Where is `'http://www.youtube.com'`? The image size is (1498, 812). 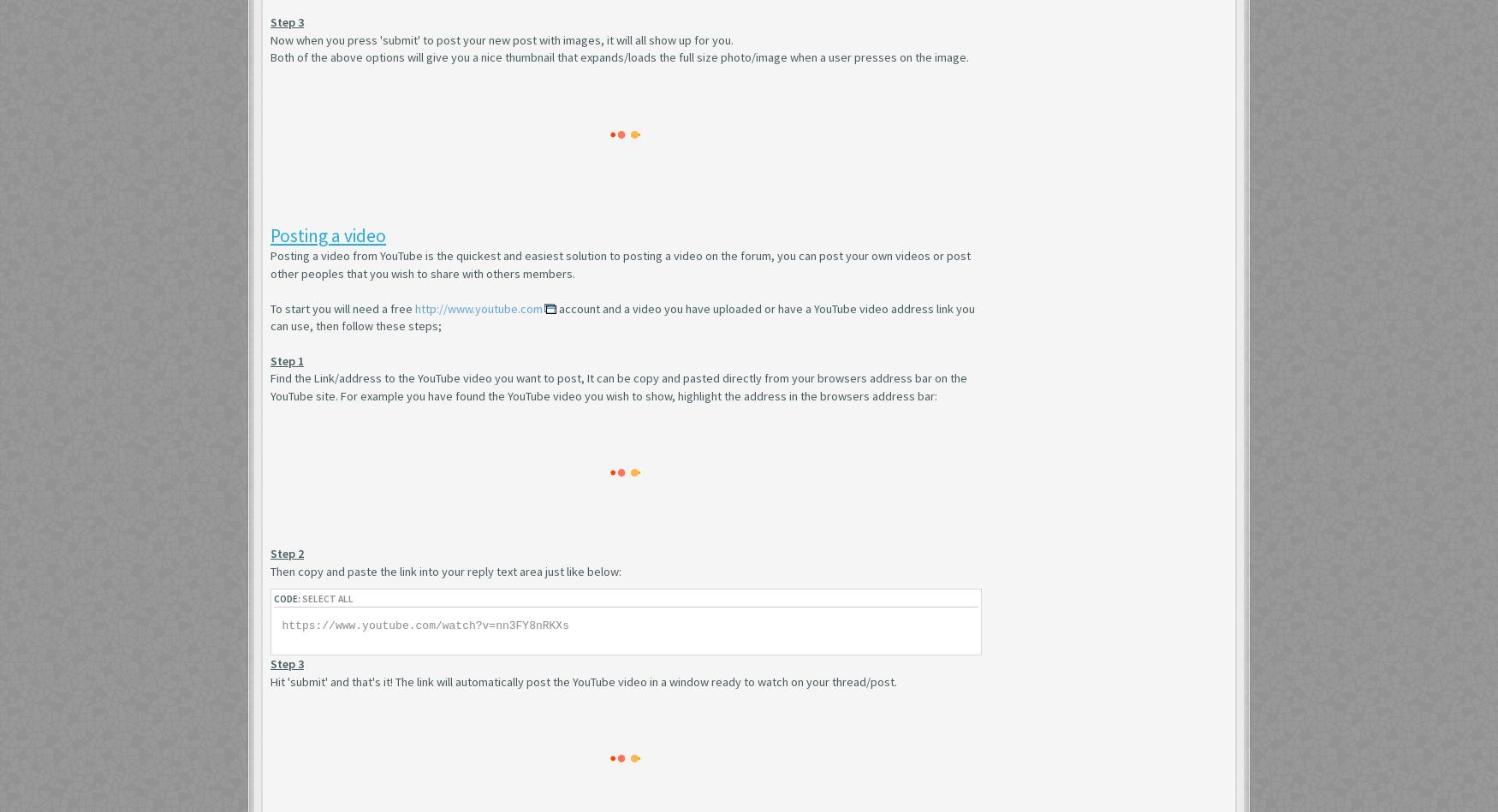
'http://www.youtube.com' is located at coordinates (478, 307).